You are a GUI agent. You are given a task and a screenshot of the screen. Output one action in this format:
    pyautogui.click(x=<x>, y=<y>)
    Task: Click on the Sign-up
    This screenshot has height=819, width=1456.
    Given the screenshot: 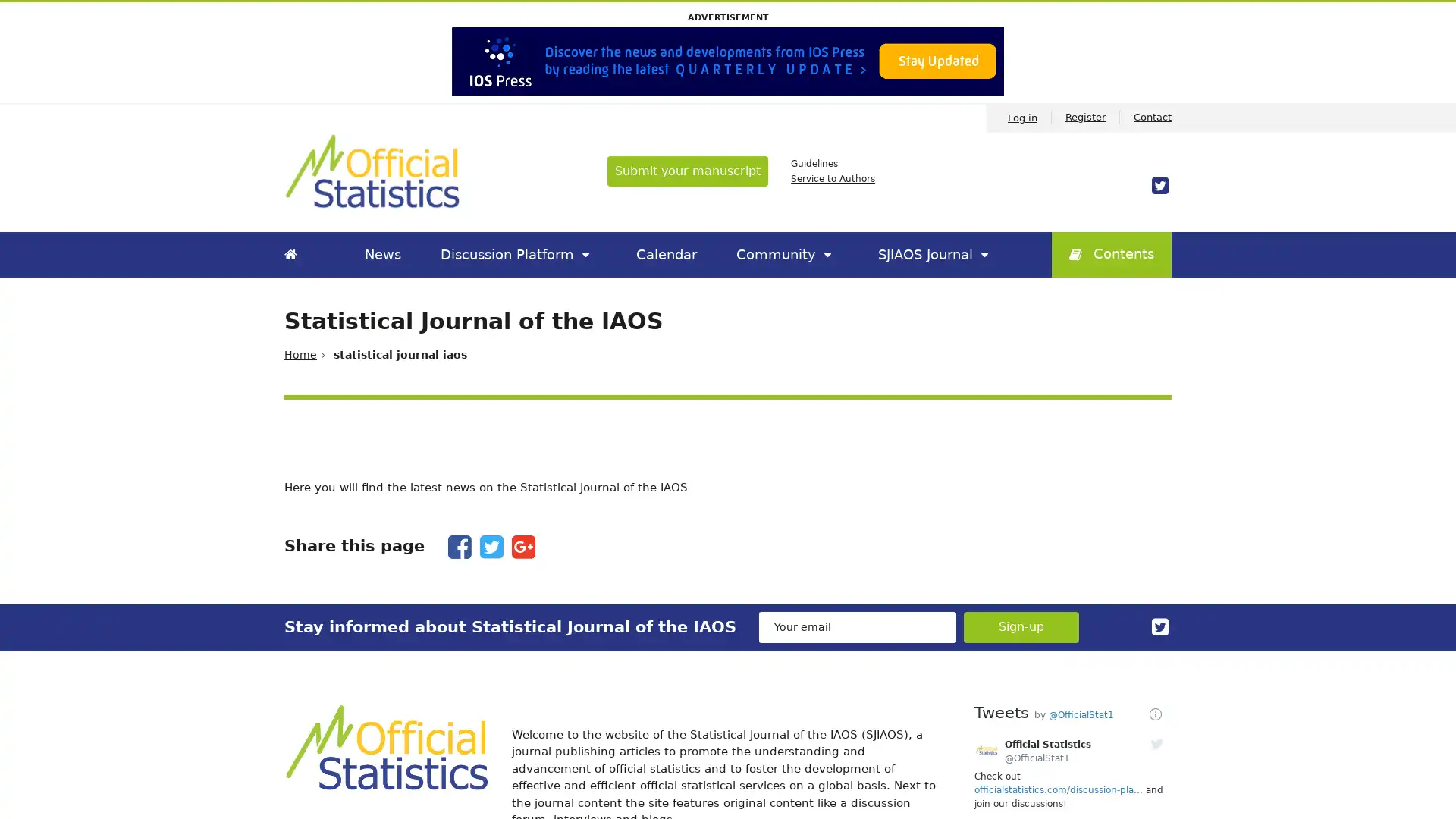 What is the action you would take?
    pyautogui.click(x=1021, y=626)
    